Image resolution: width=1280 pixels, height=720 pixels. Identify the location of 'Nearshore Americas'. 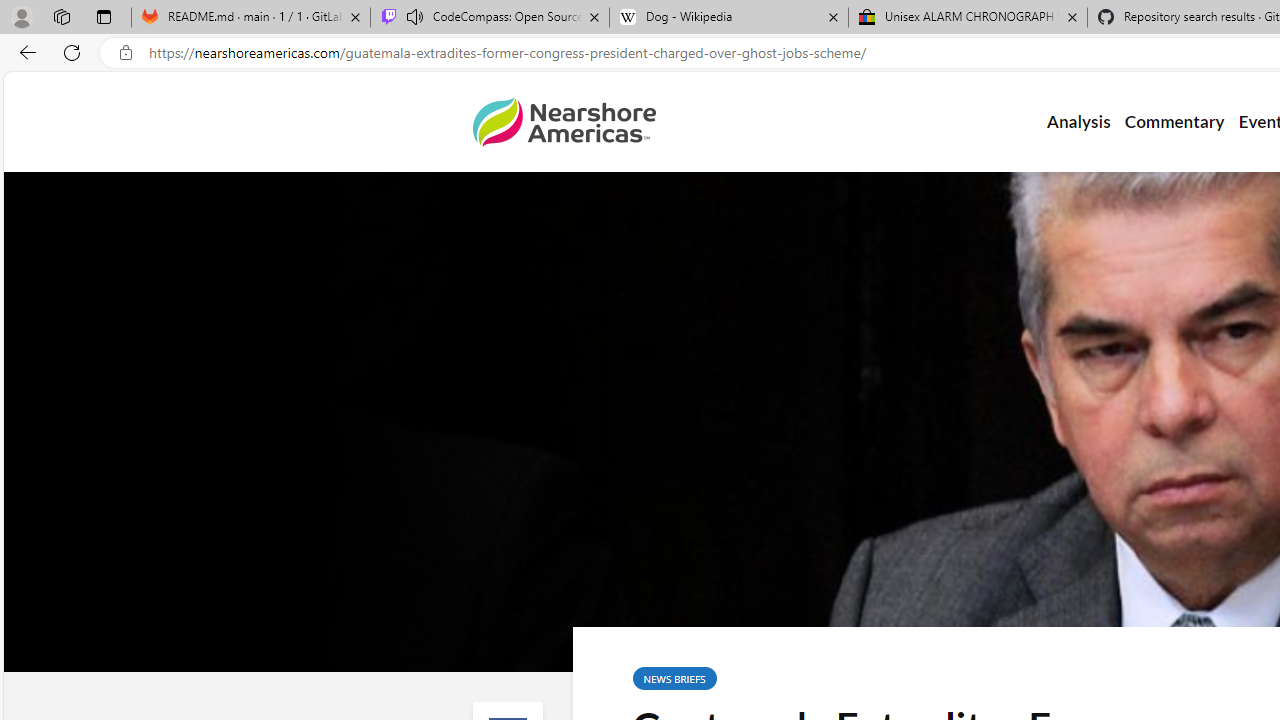
(562, 122).